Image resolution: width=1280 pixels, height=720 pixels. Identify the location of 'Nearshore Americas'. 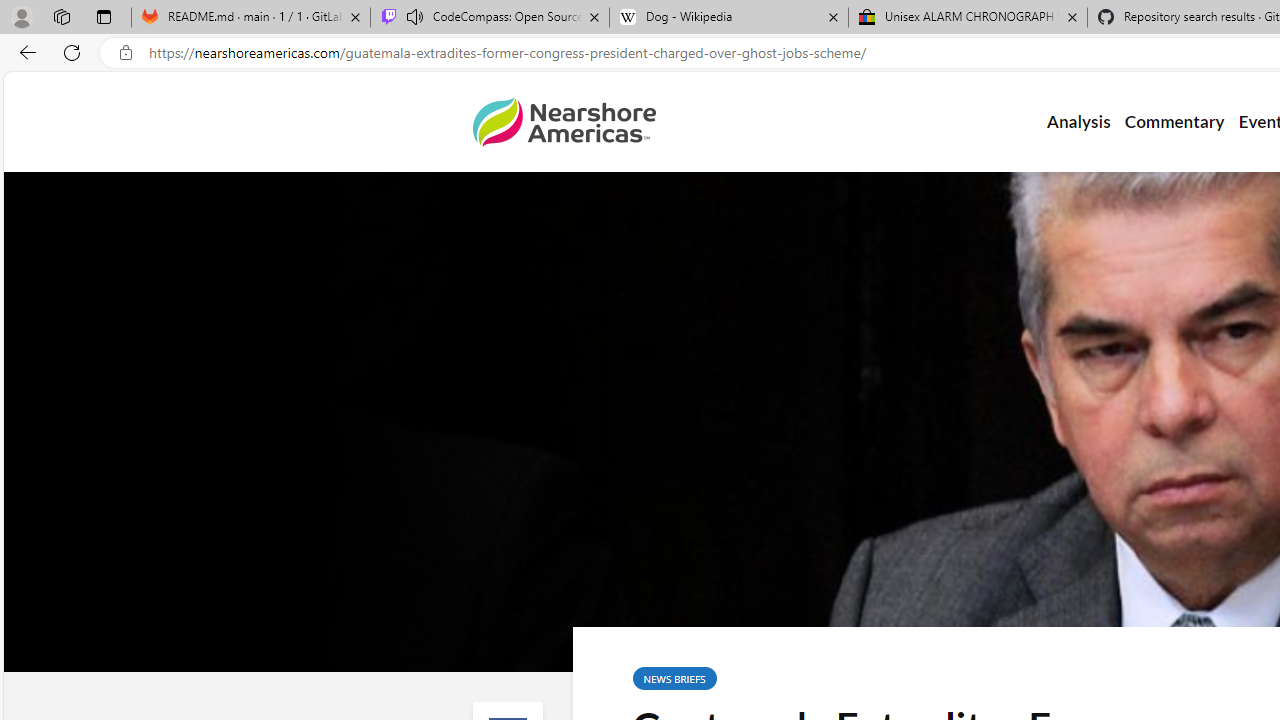
(562, 122).